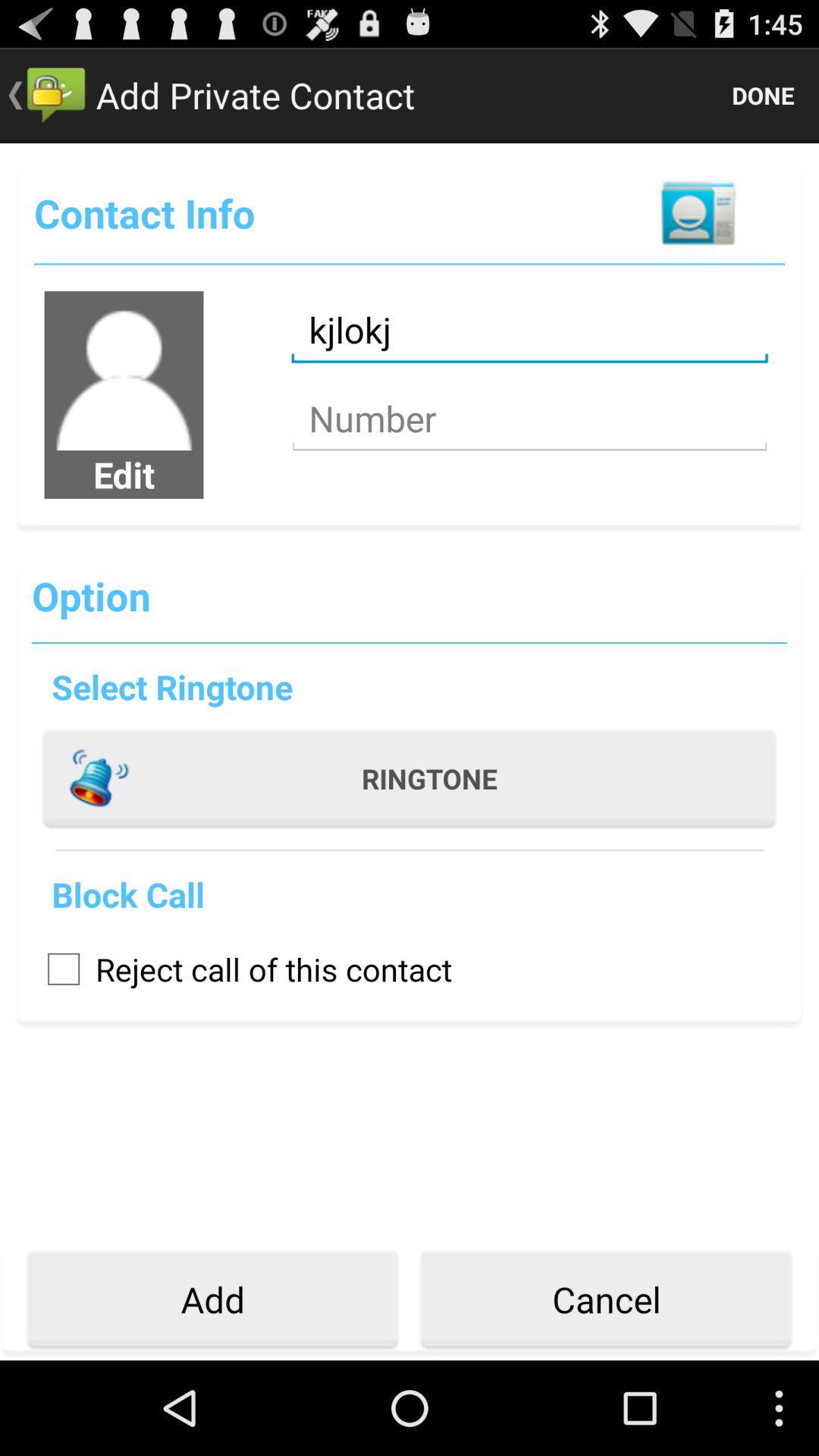 This screenshot has height=1456, width=819. I want to click on avatar picture, so click(123, 371).